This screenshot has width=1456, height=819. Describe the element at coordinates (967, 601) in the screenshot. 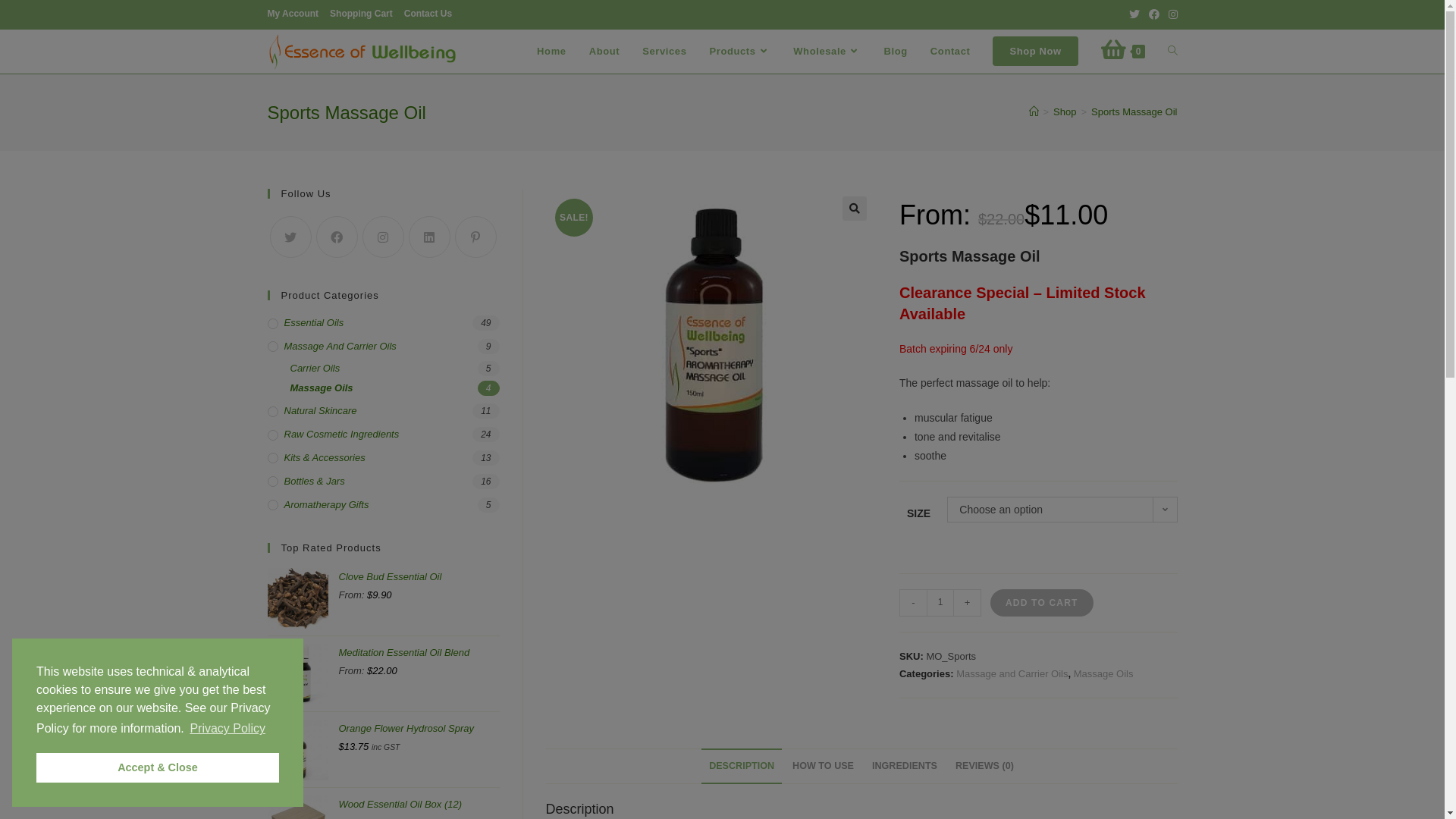

I see `'+'` at that location.